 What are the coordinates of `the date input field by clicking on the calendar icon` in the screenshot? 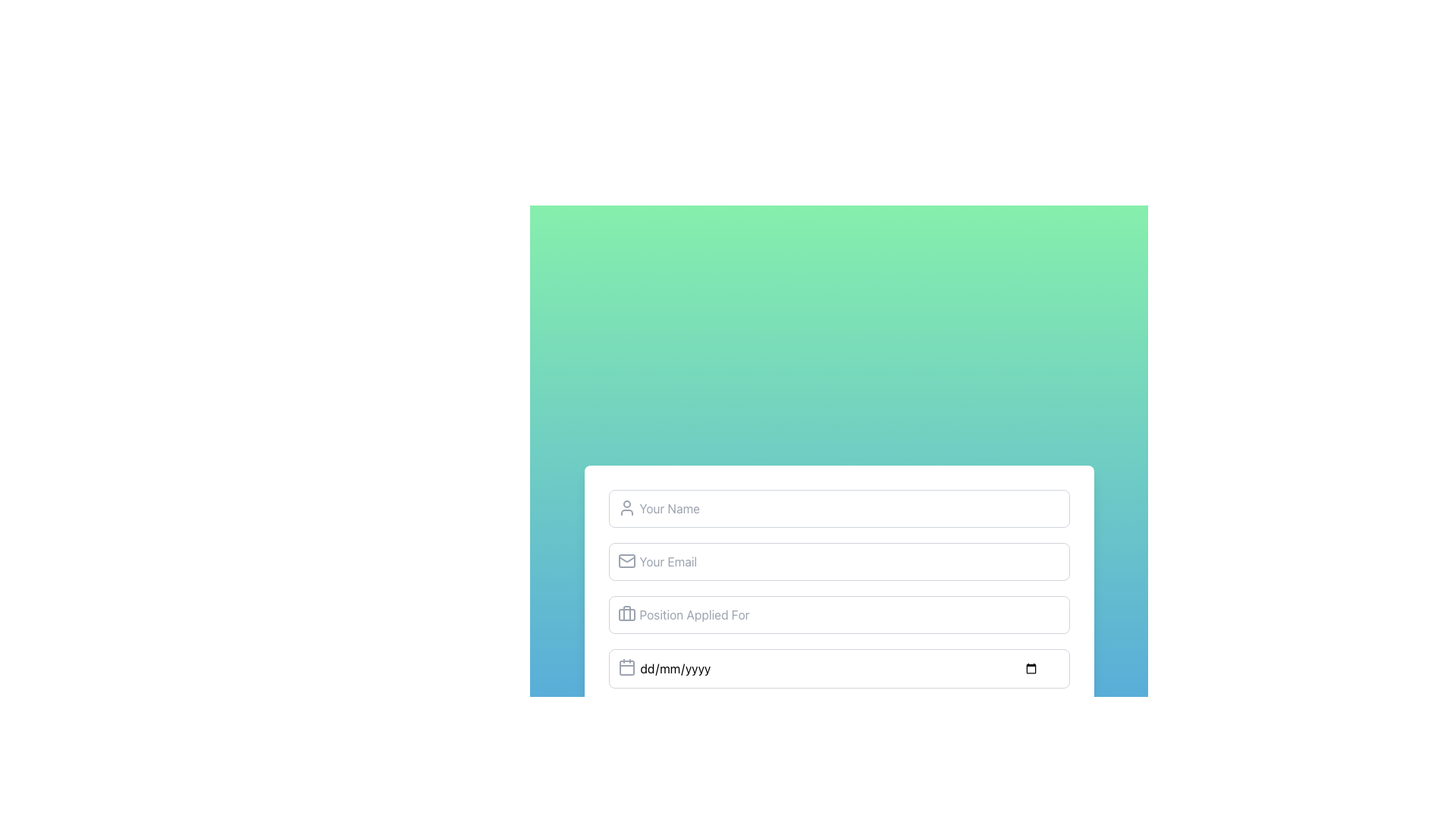 It's located at (626, 667).